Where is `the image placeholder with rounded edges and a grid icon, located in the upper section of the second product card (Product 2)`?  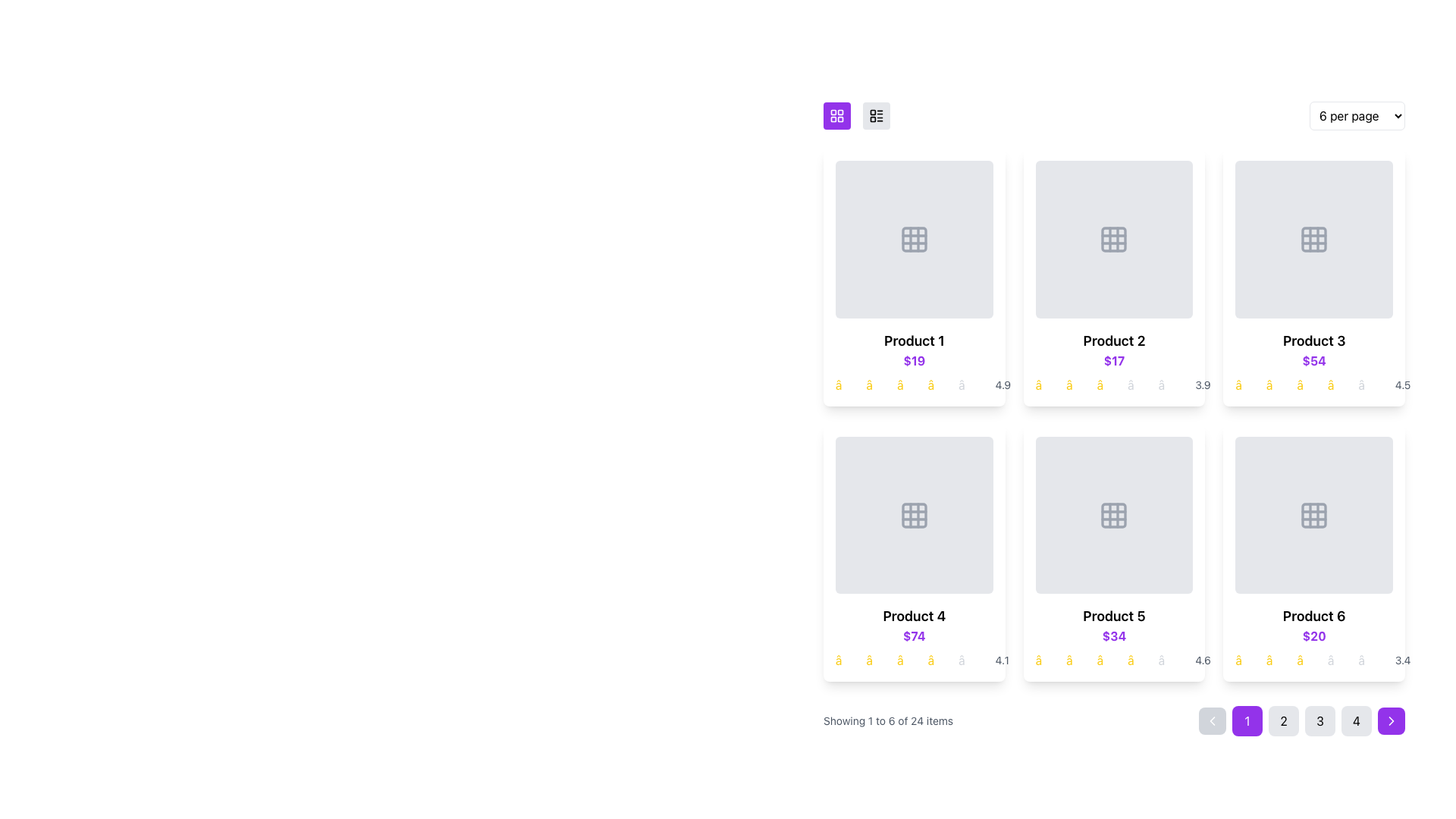 the image placeholder with rounded edges and a grid icon, located in the upper section of the second product card (Product 2) is located at coordinates (1114, 239).